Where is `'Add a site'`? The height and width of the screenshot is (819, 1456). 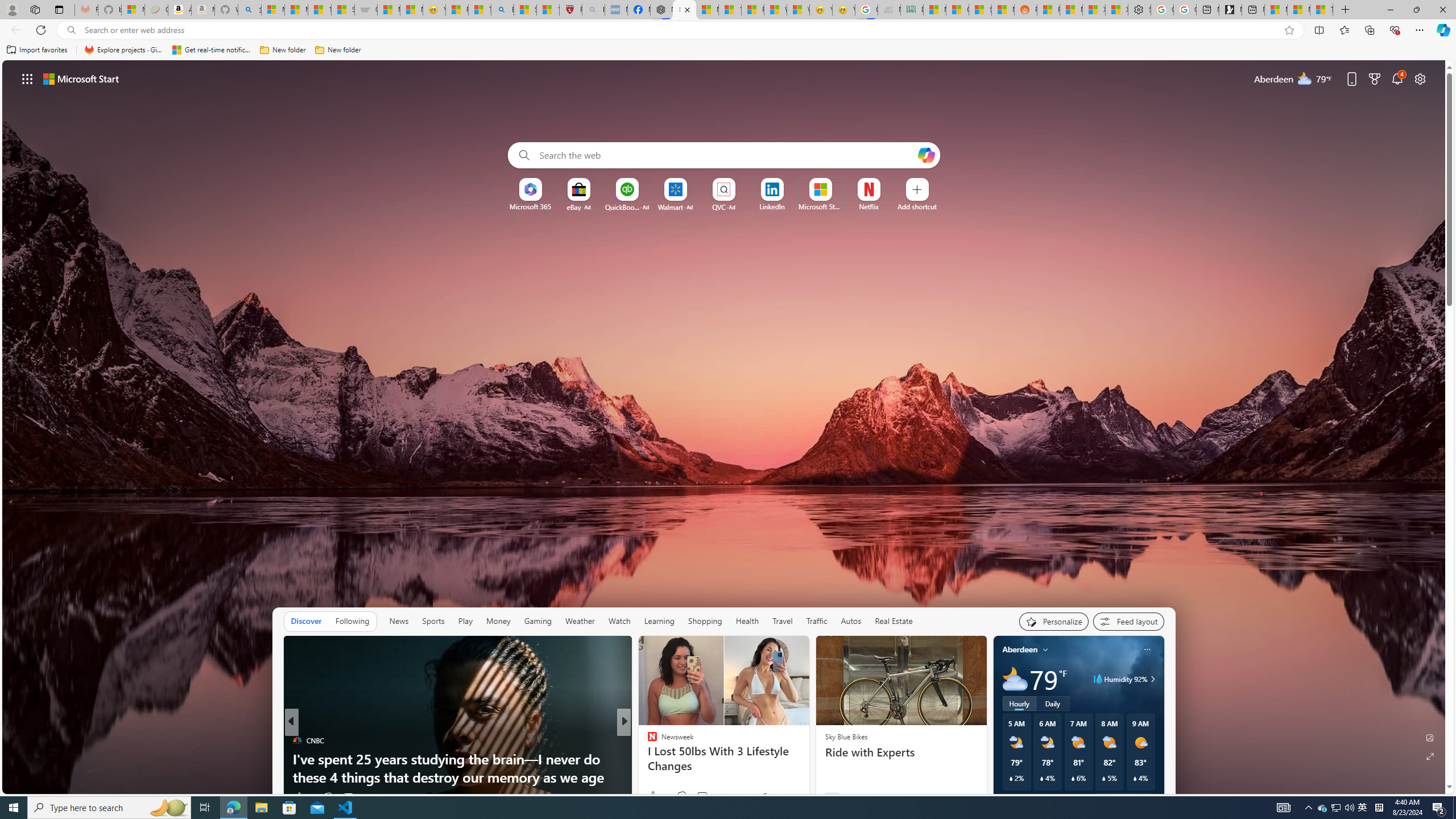 'Add a site' is located at coordinates (916, 206).